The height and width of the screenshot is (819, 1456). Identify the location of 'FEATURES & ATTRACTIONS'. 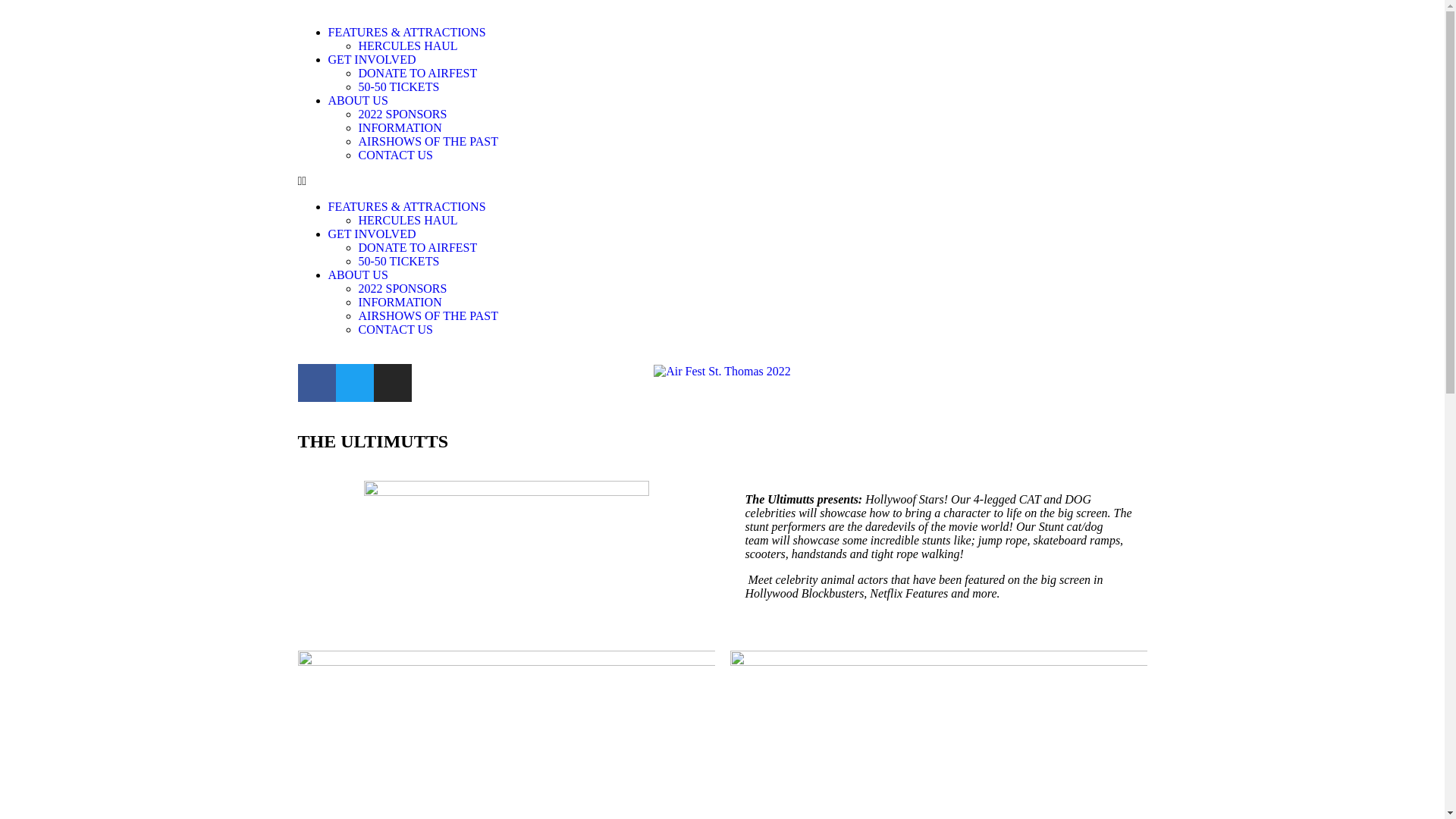
(406, 32).